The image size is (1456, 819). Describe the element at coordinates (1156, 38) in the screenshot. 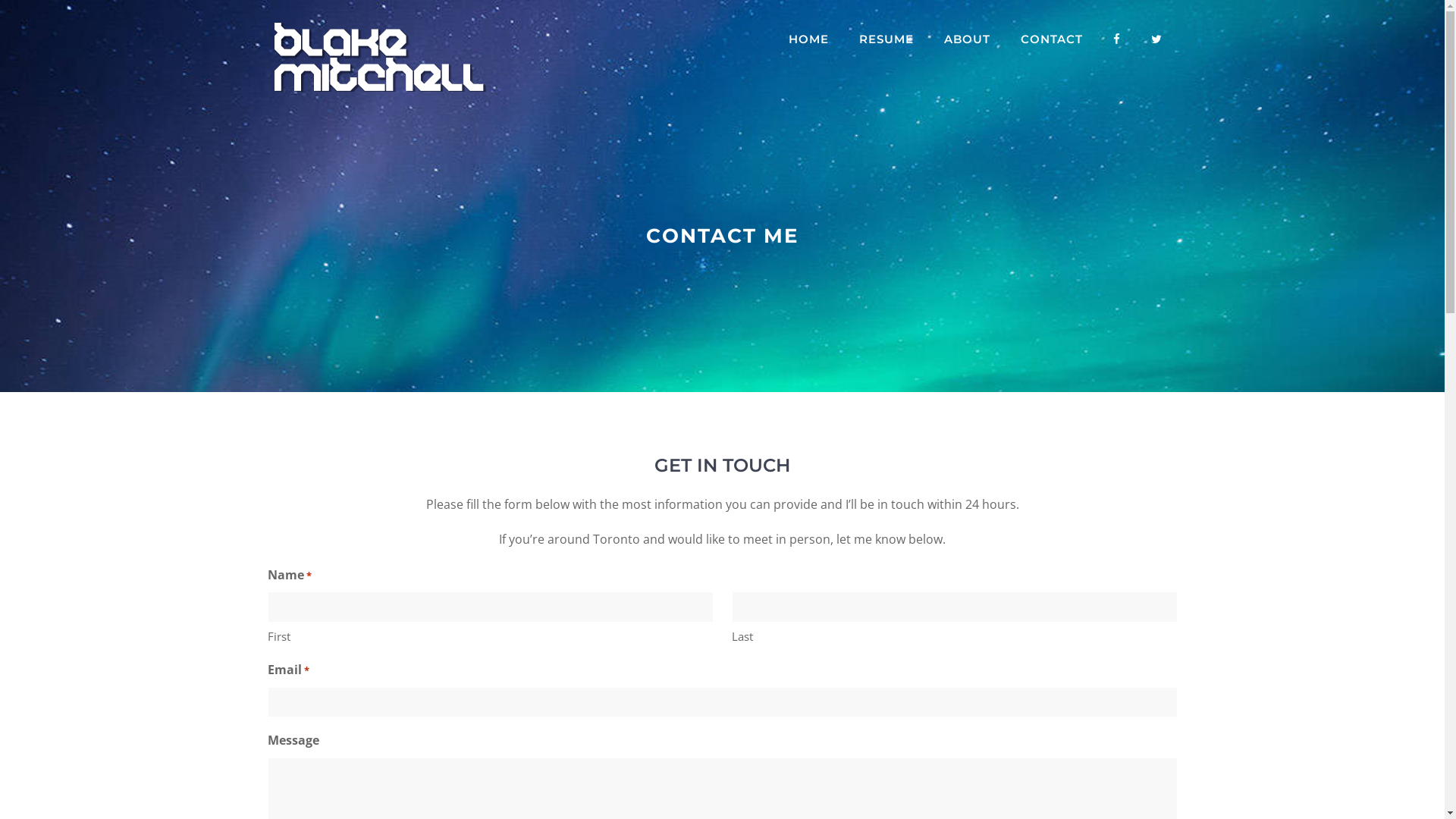

I see `'TWITTER'` at that location.